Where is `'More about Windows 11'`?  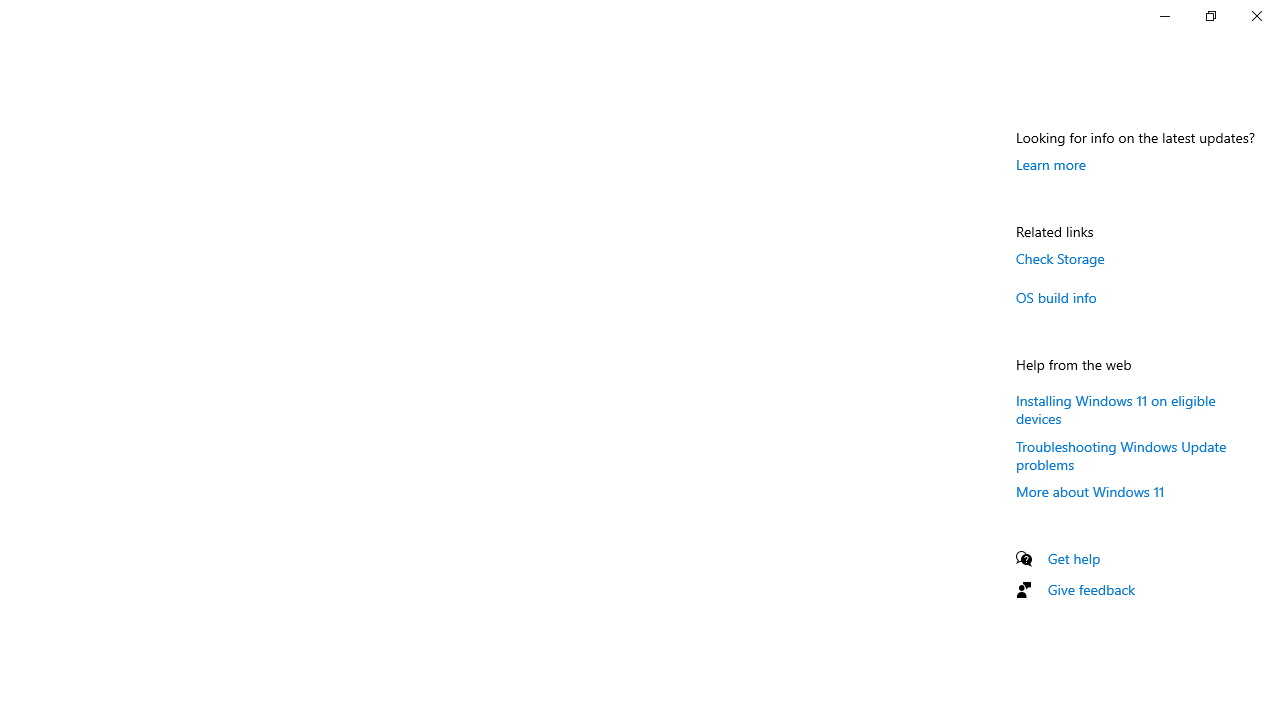 'More about Windows 11' is located at coordinates (1089, 491).